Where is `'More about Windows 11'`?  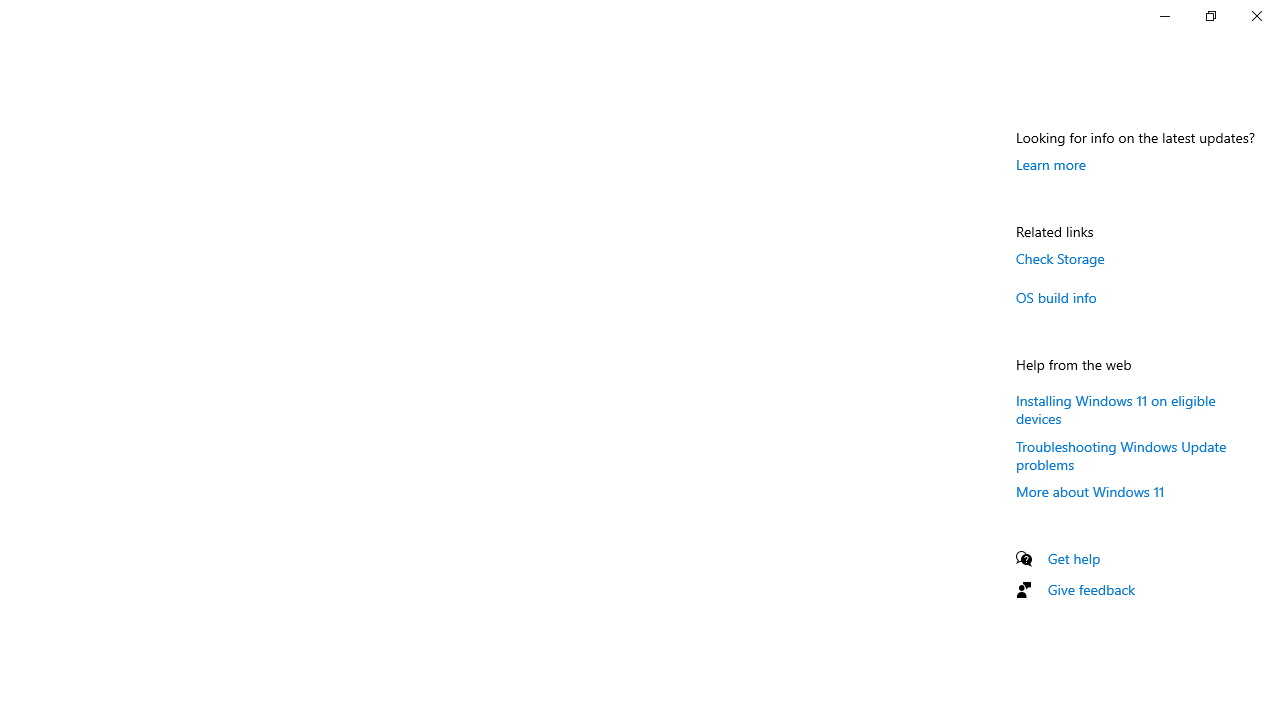 'More about Windows 11' is located at coordinates (1089, 491).